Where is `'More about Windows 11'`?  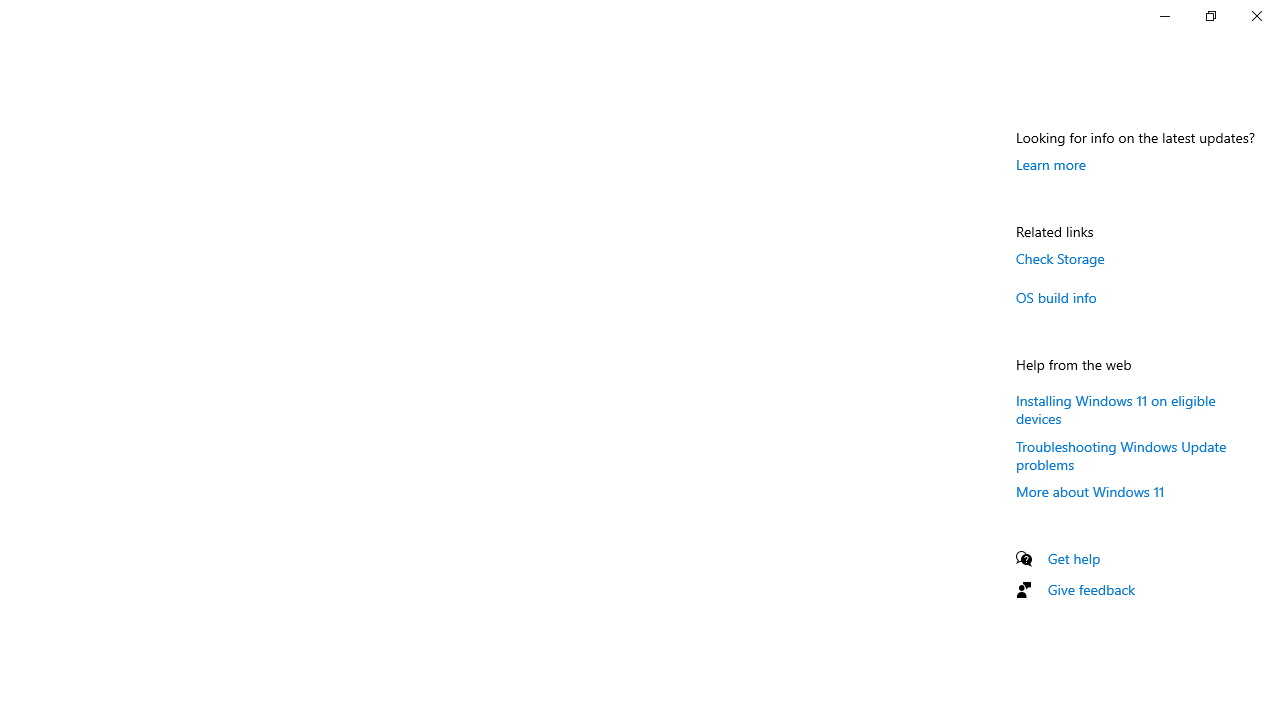 'More about Windows 11' is located at coordinates (1089, 491).